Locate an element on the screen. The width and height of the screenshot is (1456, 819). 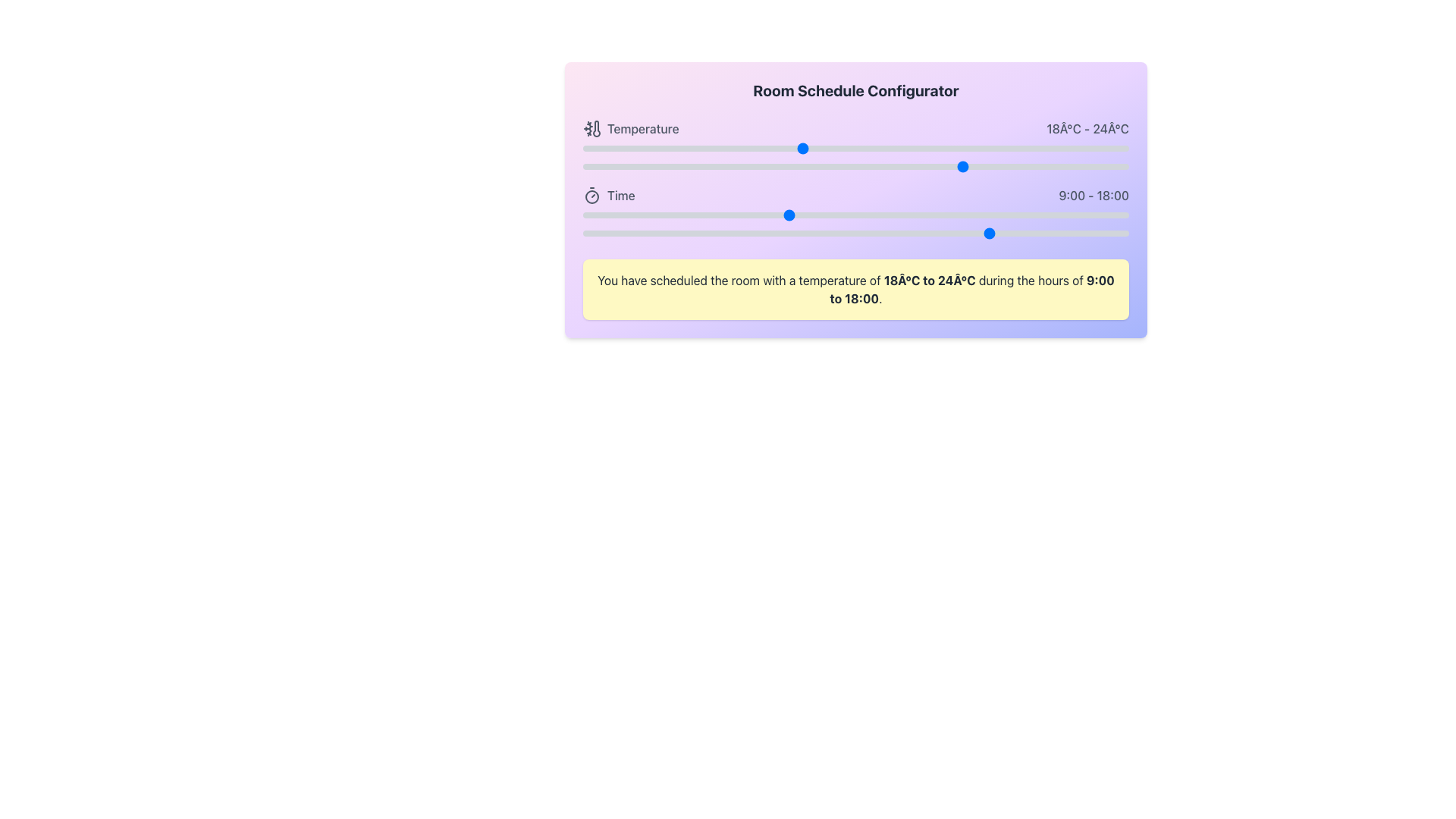
the time is located at coordinates (1037, 215).